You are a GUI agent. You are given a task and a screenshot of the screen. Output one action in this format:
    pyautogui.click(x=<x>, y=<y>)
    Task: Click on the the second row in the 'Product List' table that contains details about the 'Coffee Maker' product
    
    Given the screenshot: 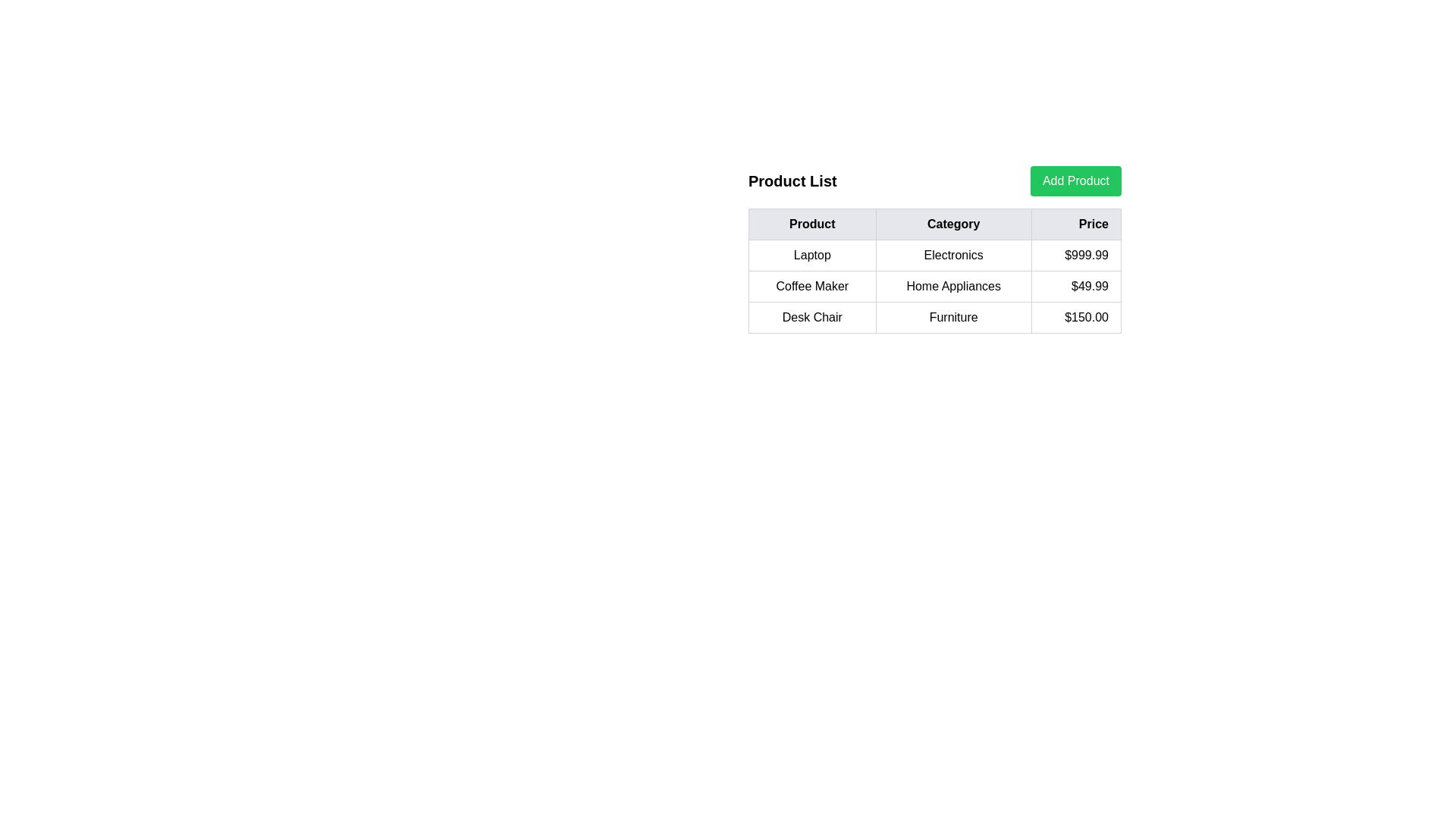 What is the action you would take?
    pyautogui.click(x=934, y=287)
    